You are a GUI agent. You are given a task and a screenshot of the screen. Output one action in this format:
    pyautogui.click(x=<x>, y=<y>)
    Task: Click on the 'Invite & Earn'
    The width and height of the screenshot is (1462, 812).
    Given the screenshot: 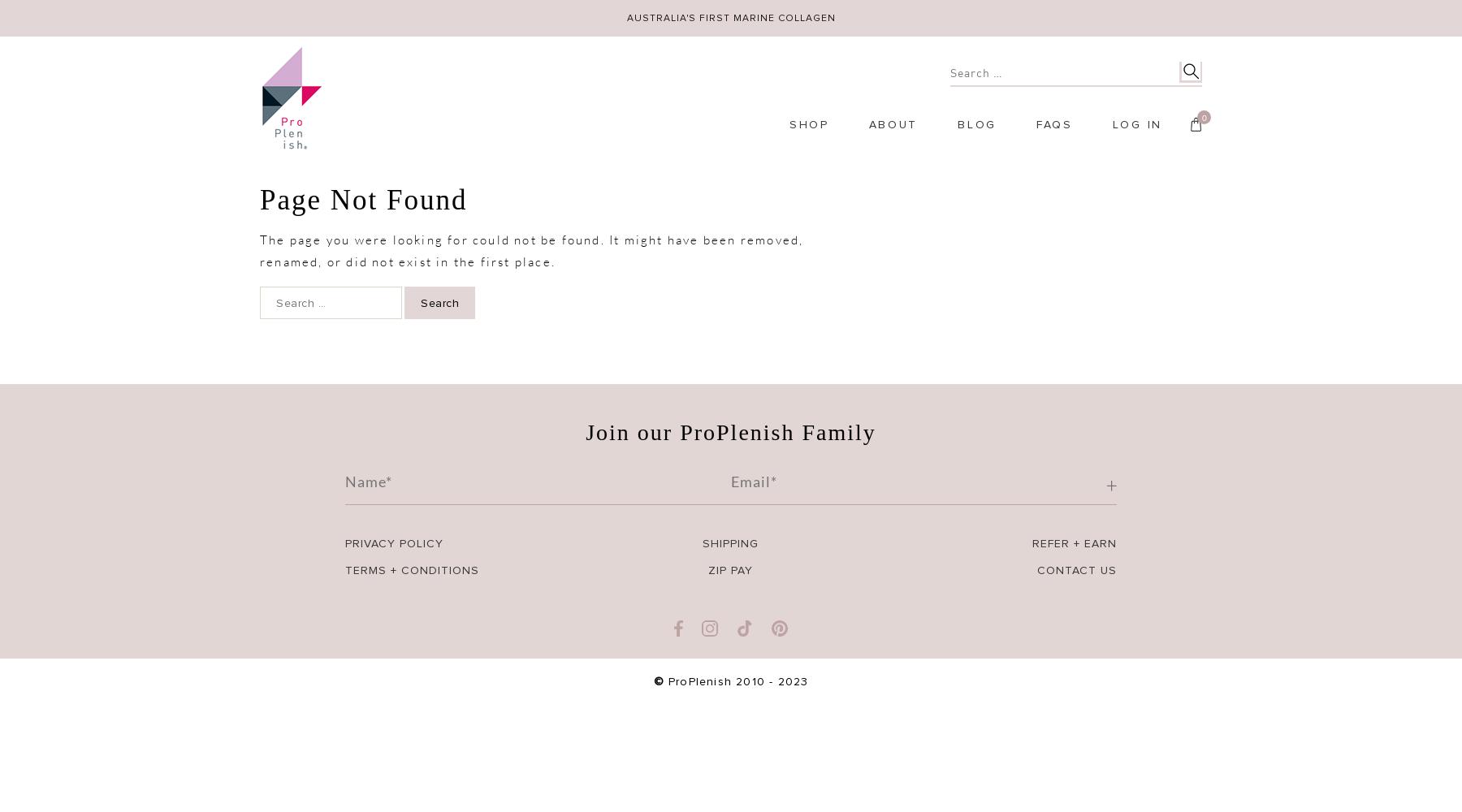 What is the action you would take?
    pyautogui.click(x=568, y=659)
    